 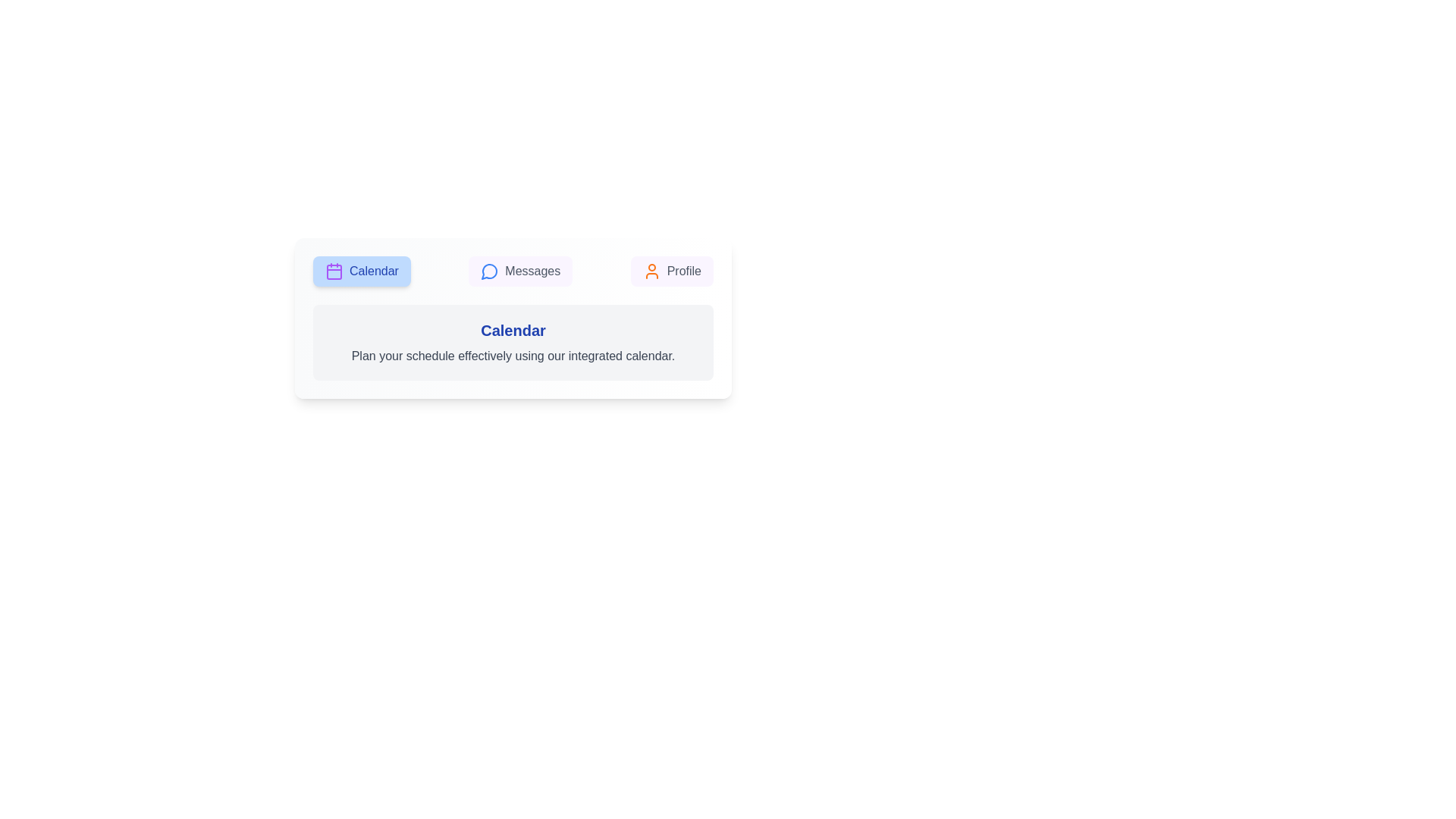 I want to click on the tab with title Calendar, so click(x=361, y=271).